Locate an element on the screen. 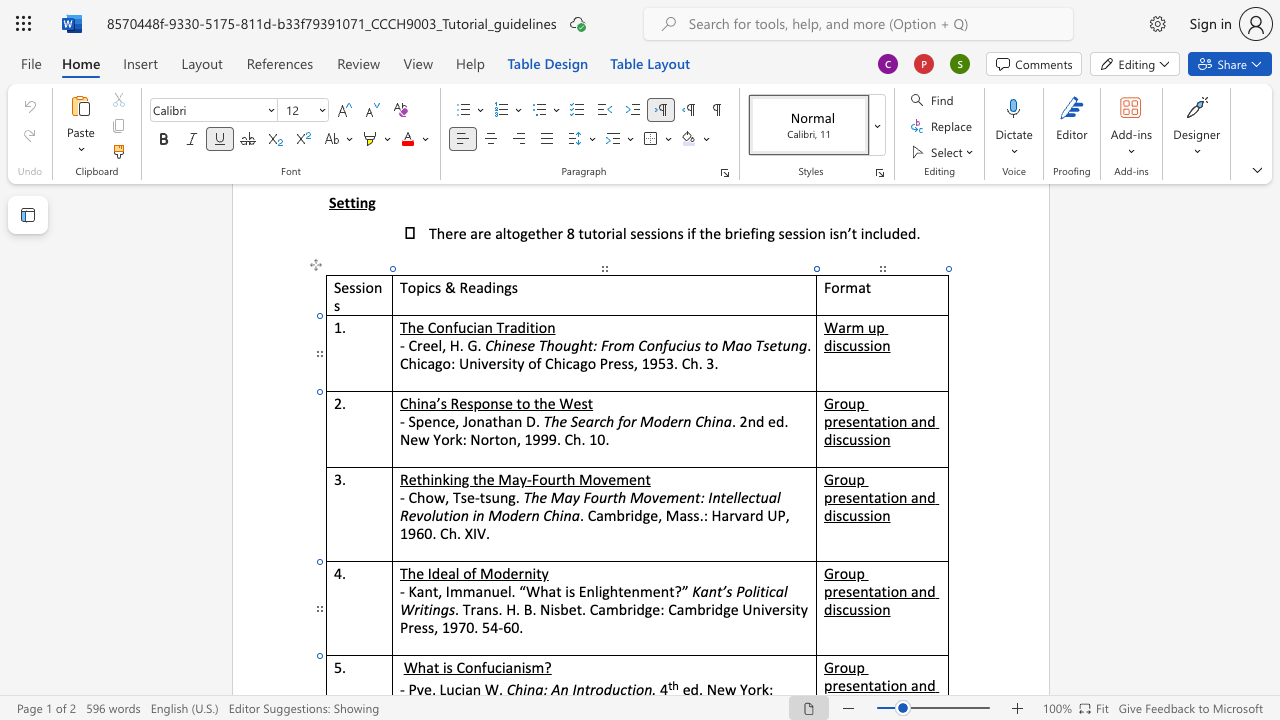  the space between the continuous character "t" and "o" in the text is located at coordinates (500, 438).